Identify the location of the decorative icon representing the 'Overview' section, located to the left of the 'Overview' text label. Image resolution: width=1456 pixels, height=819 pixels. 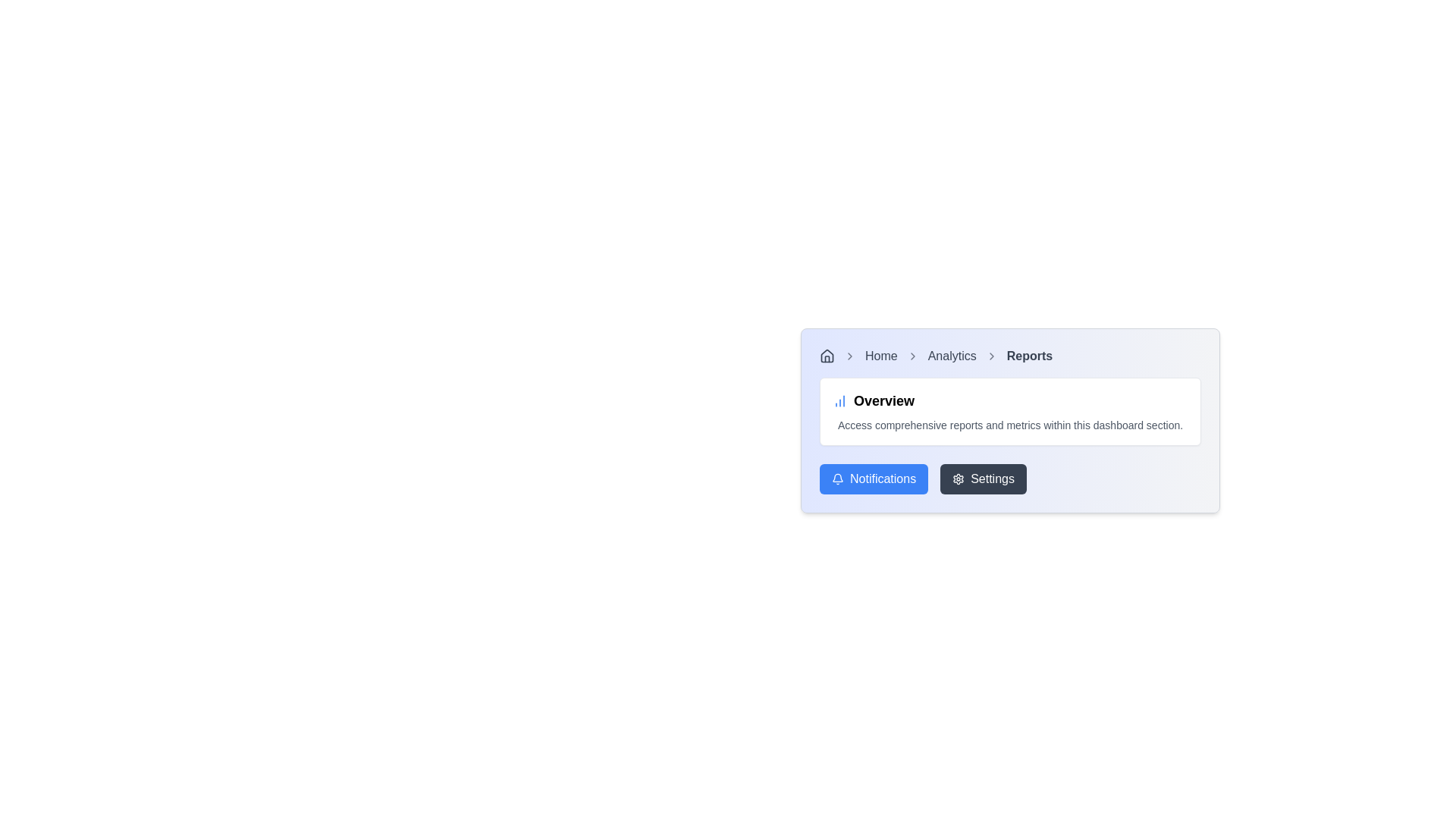
(839, 400).